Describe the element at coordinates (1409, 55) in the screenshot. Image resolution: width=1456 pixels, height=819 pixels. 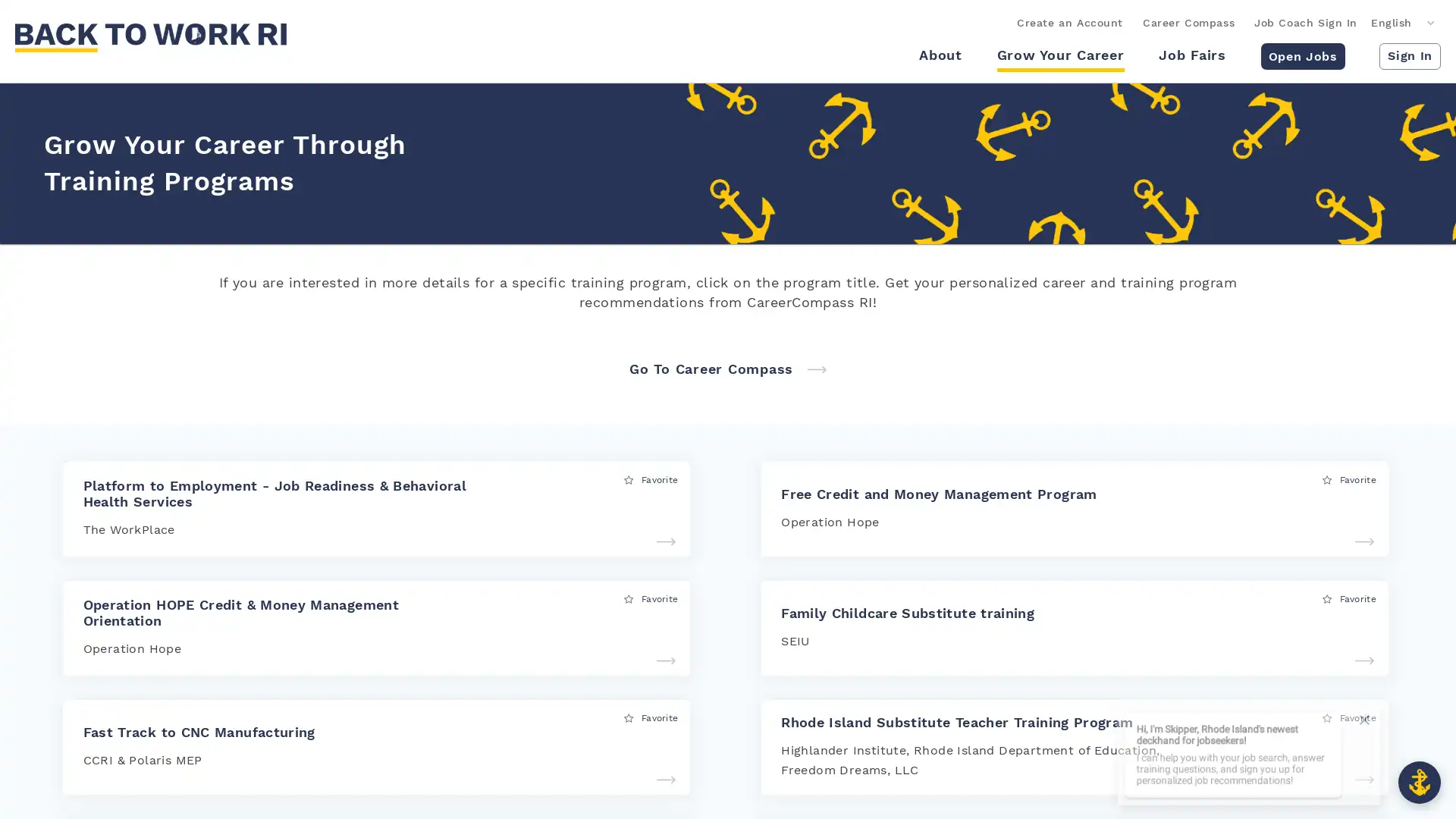
I see `Sign In` at that location.